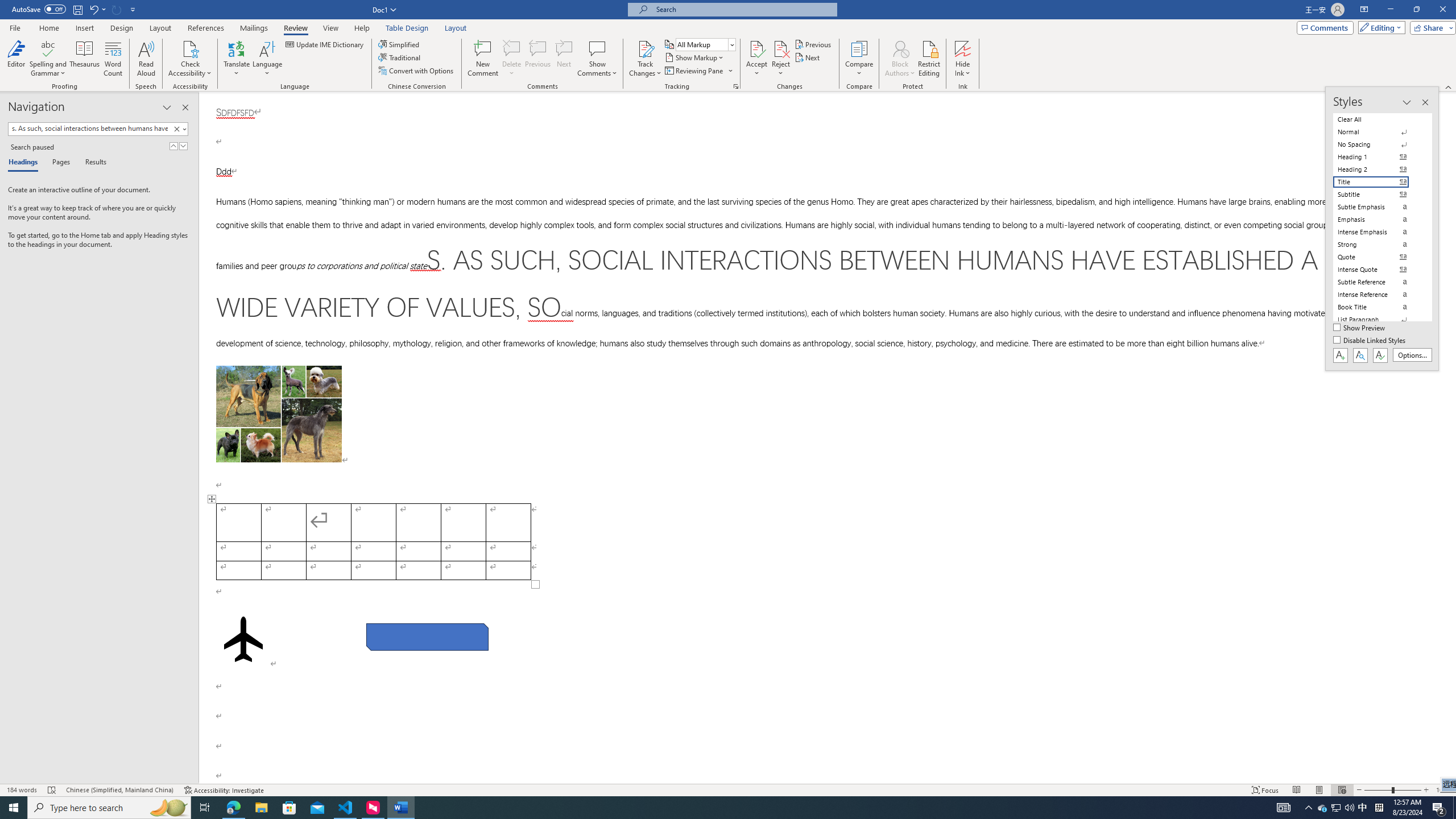 The image size is (1456, 819). I want to click on 'Reviewing Pane', so click(694, 69).